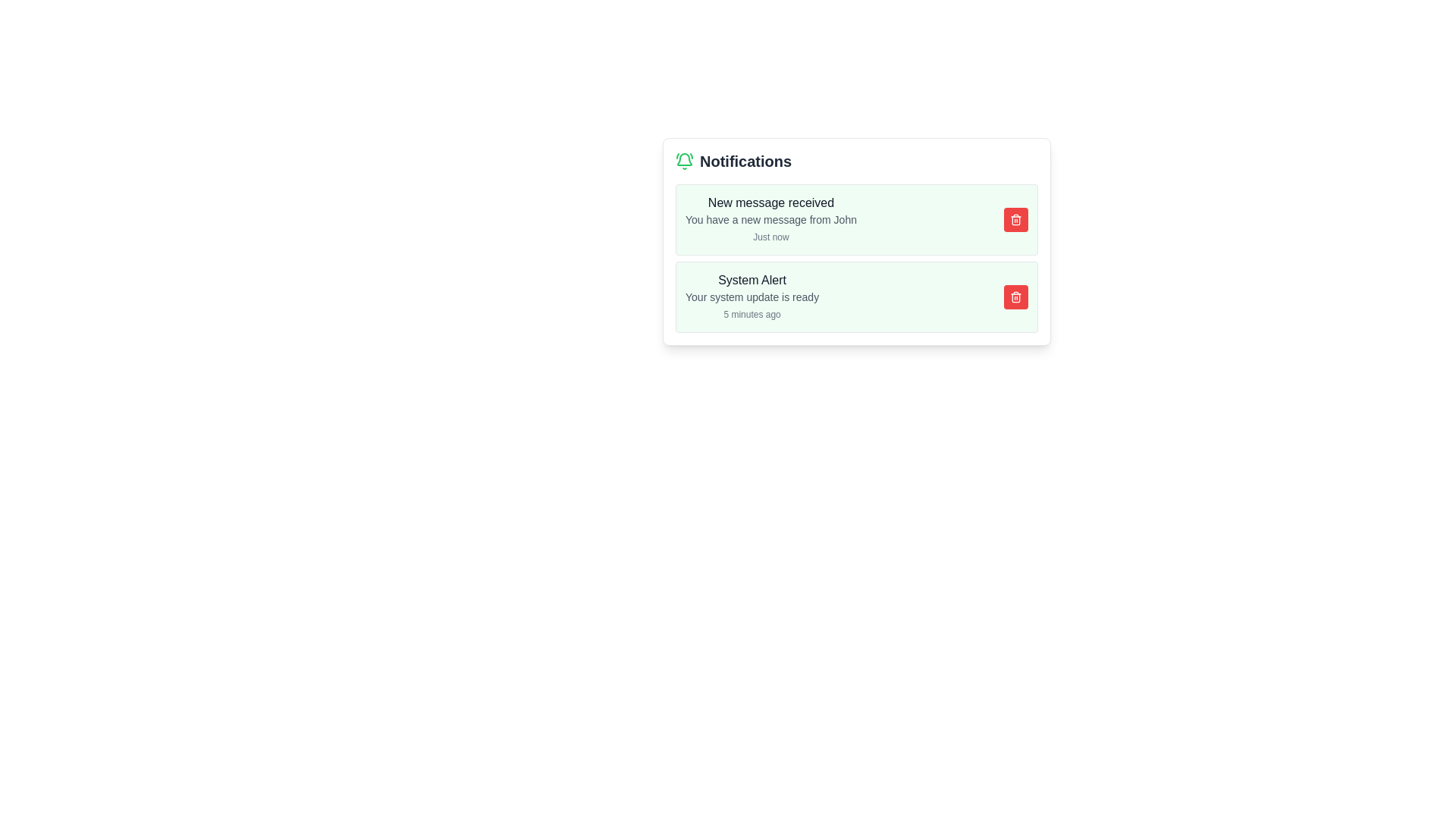 The image size is (1456, 819). What do you see at coordinates (1015, 297) in the screenshot?
I see `the icon button located to the right of the text 'System Alert: Your system update is ready'` at bounding box center [1015, 297].